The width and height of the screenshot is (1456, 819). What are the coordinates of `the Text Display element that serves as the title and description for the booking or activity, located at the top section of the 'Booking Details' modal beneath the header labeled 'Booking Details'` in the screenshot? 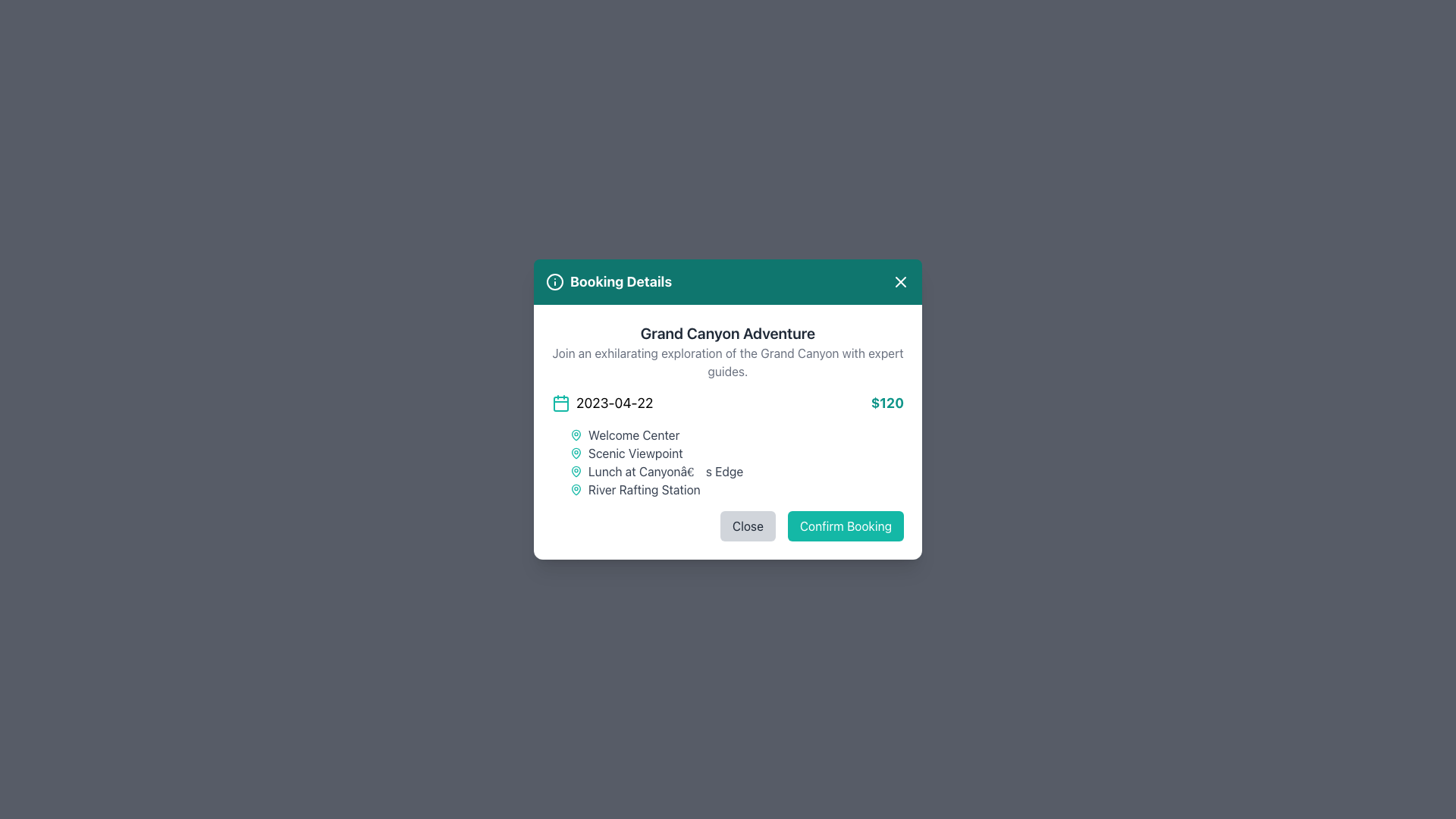 It's located at (728, 351).